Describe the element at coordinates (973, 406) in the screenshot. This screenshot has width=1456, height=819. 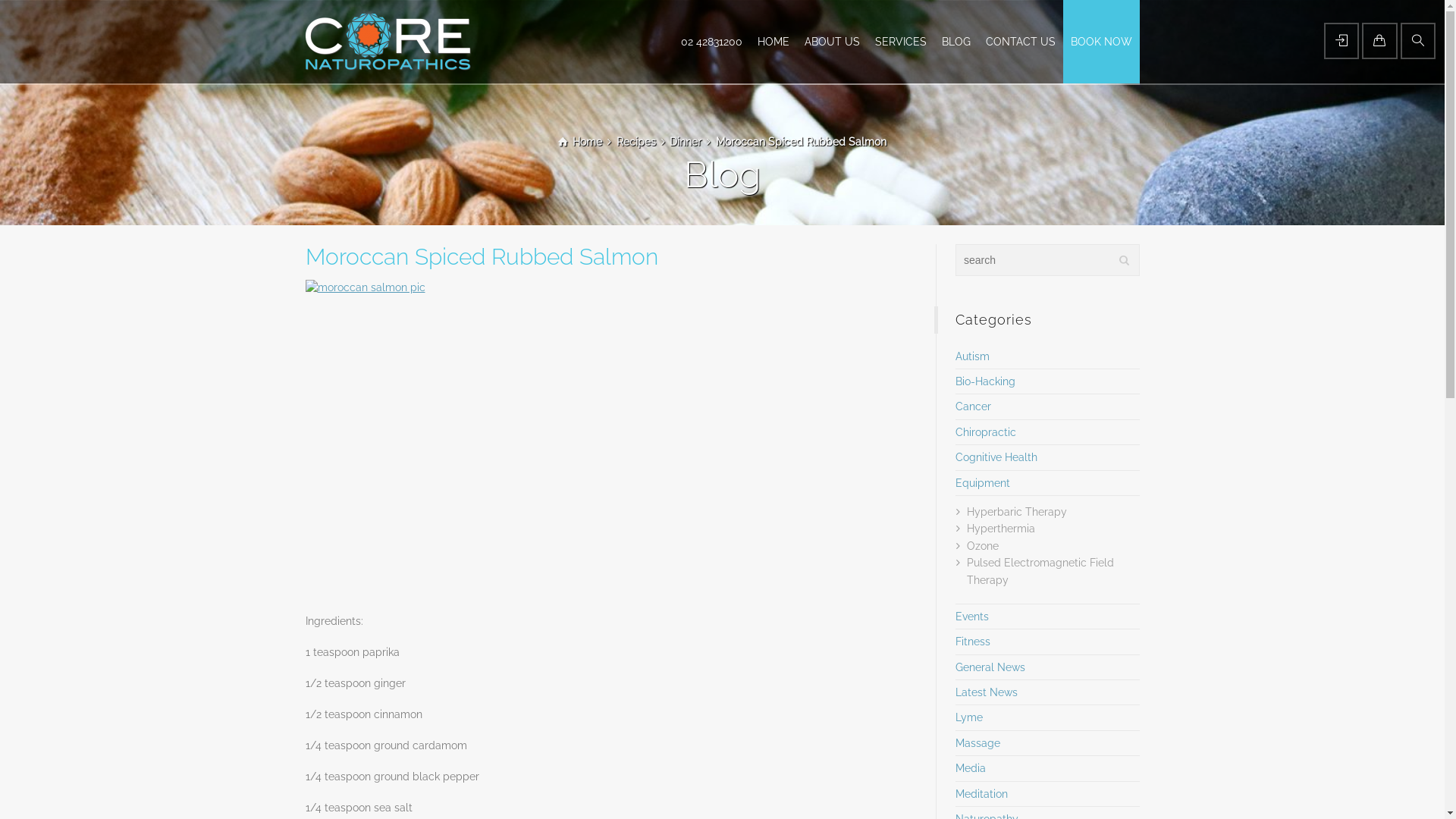
I see `'Cancer'` at that location.